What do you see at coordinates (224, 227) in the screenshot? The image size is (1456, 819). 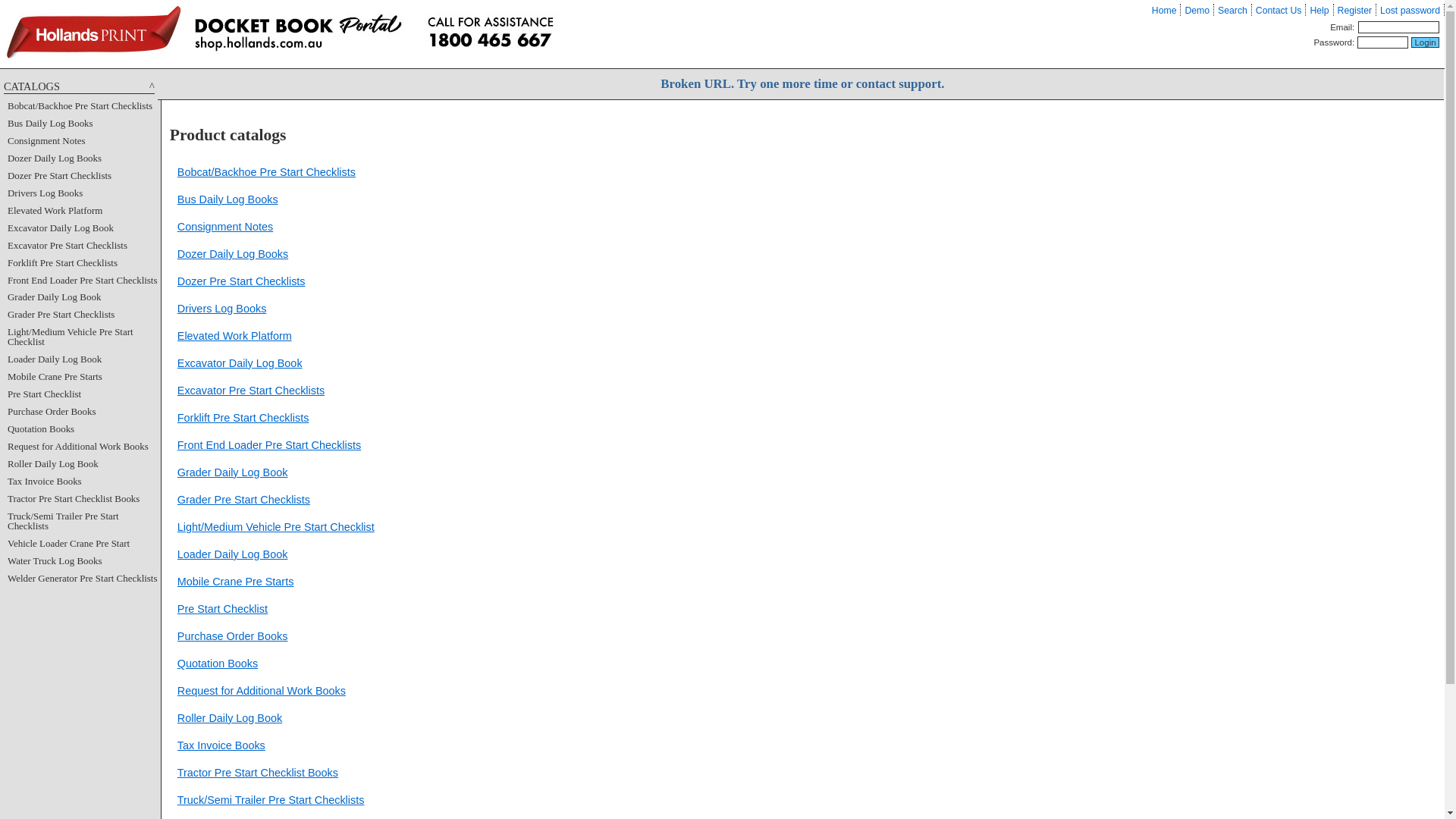 I see `'Consignment Notes'` at bounding box center [224, 227].